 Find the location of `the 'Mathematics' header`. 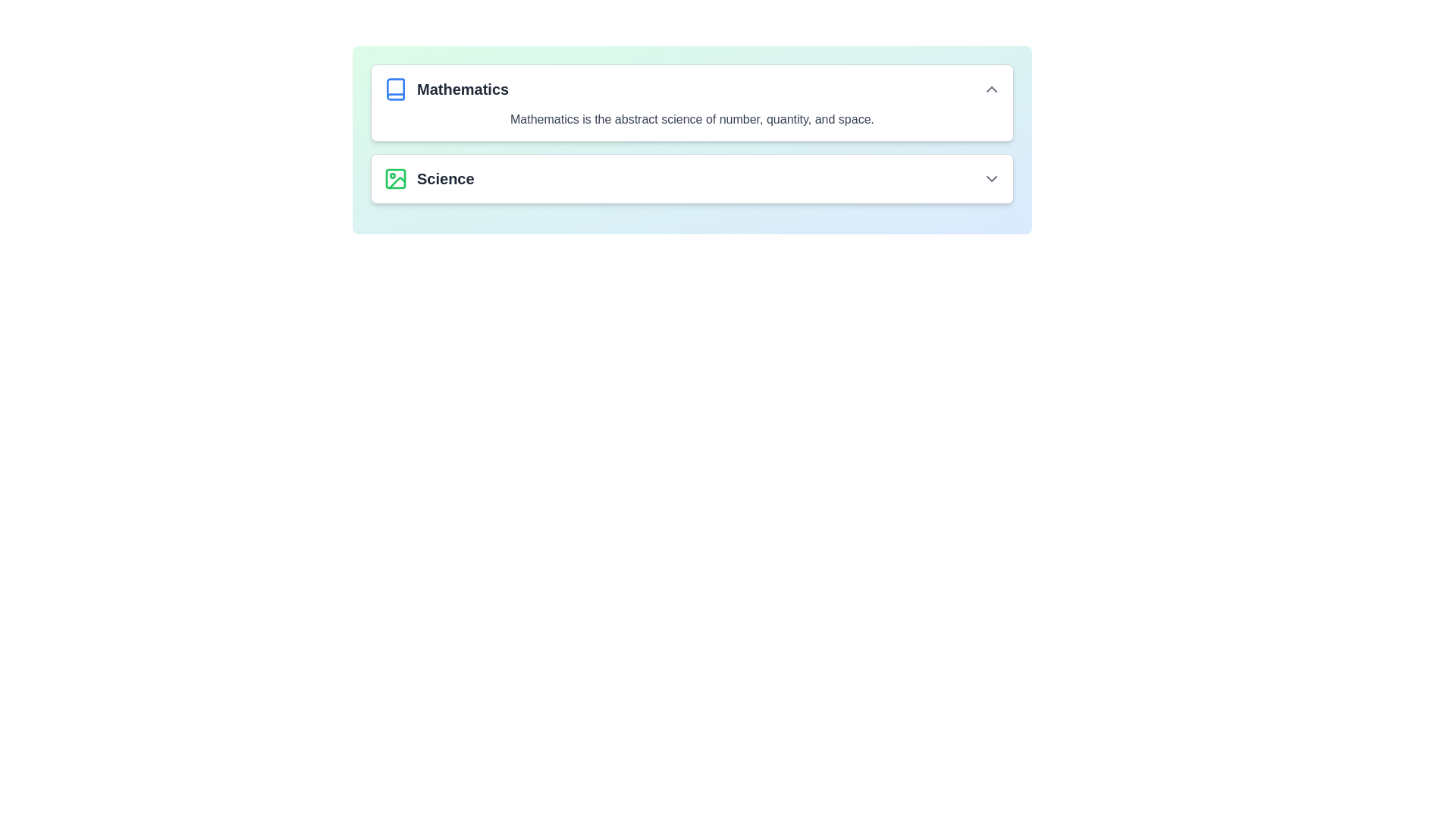

the 'Mathematics' header is located at coordinates (445, 89).